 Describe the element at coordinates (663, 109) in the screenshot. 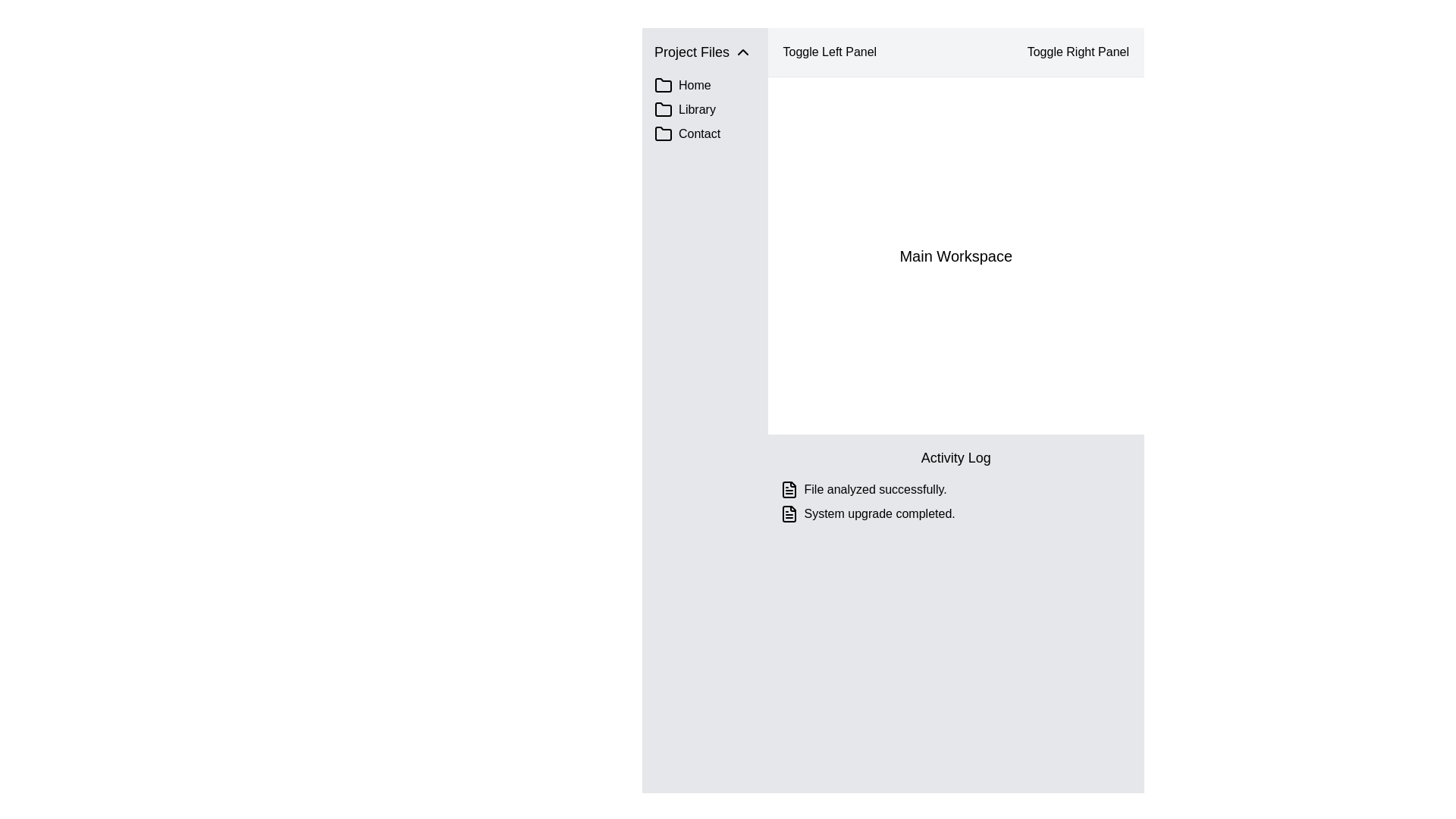

I see `the folder icon located in the left-side navigation panel next to the 'Library' text under the 'Project Files' section` at that location.